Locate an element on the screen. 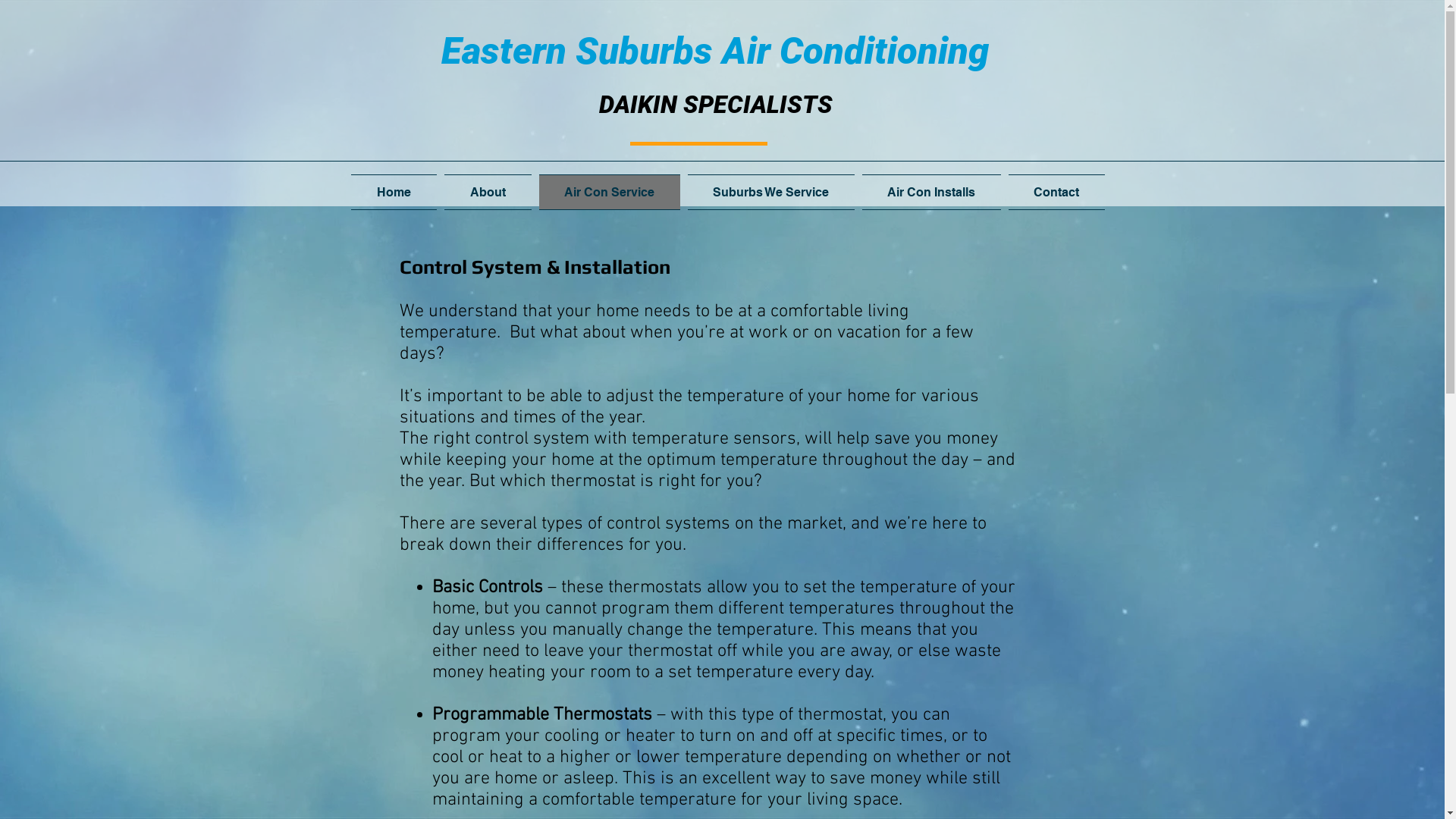 This screenshot has height=819, width=1456. 'Air Con Service' is located at coordinates (610, 191).